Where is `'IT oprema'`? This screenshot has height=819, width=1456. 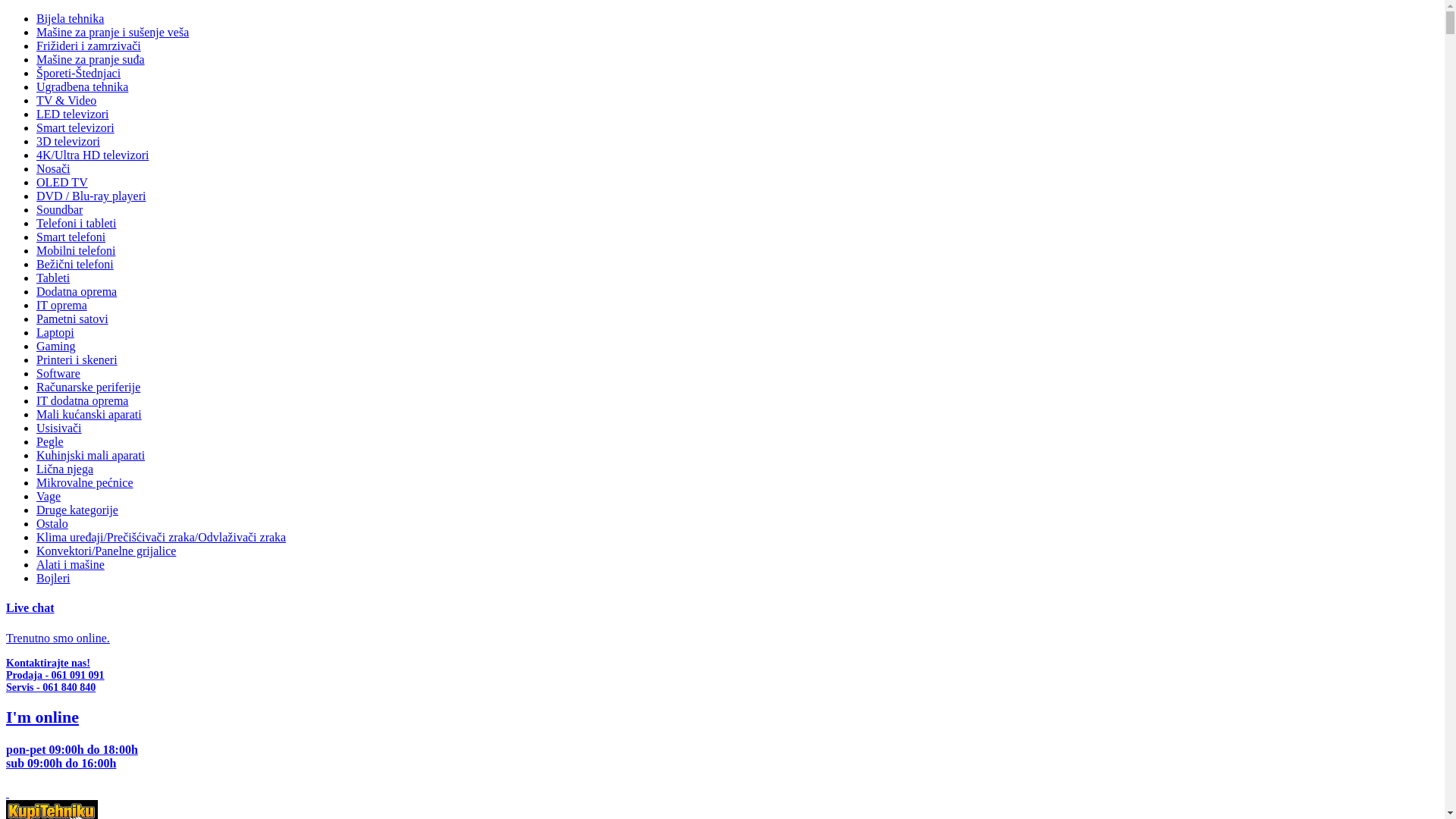
'IT oprema' is located at coordinates (61, 305).